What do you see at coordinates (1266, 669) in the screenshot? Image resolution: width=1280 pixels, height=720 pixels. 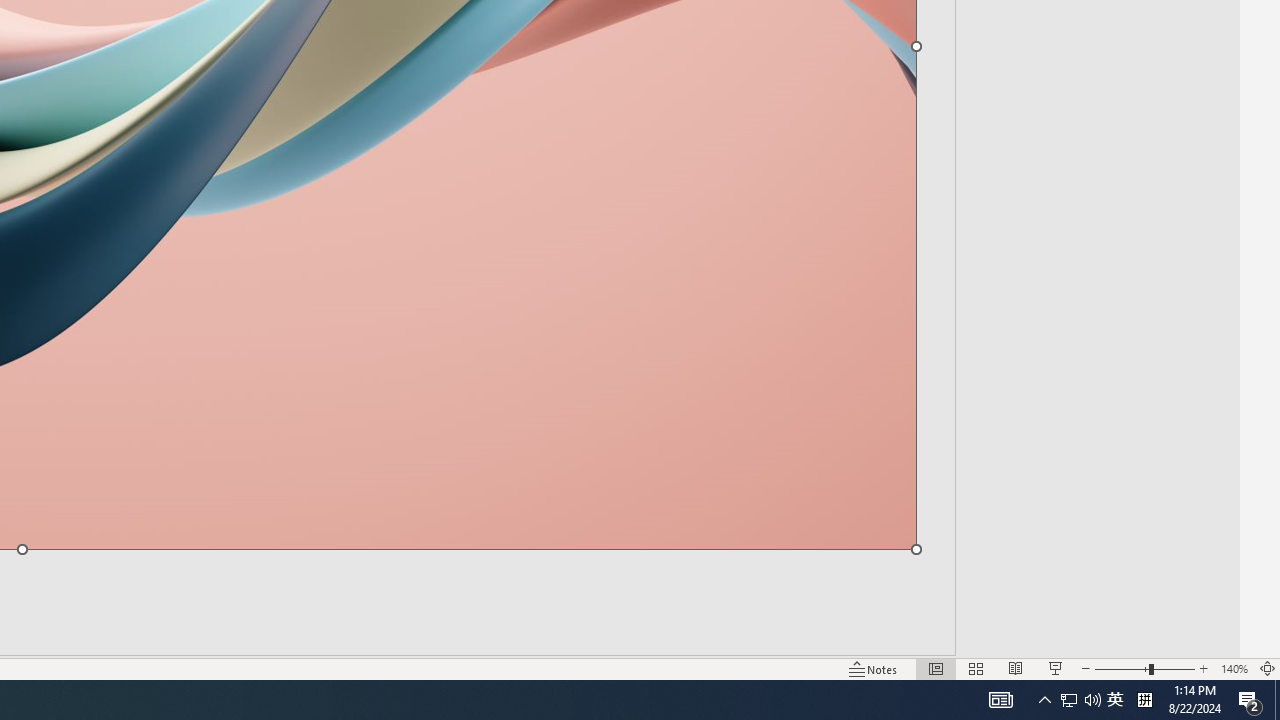 I see `'Zoom to Fit '` at bounding box center [1266, 669].